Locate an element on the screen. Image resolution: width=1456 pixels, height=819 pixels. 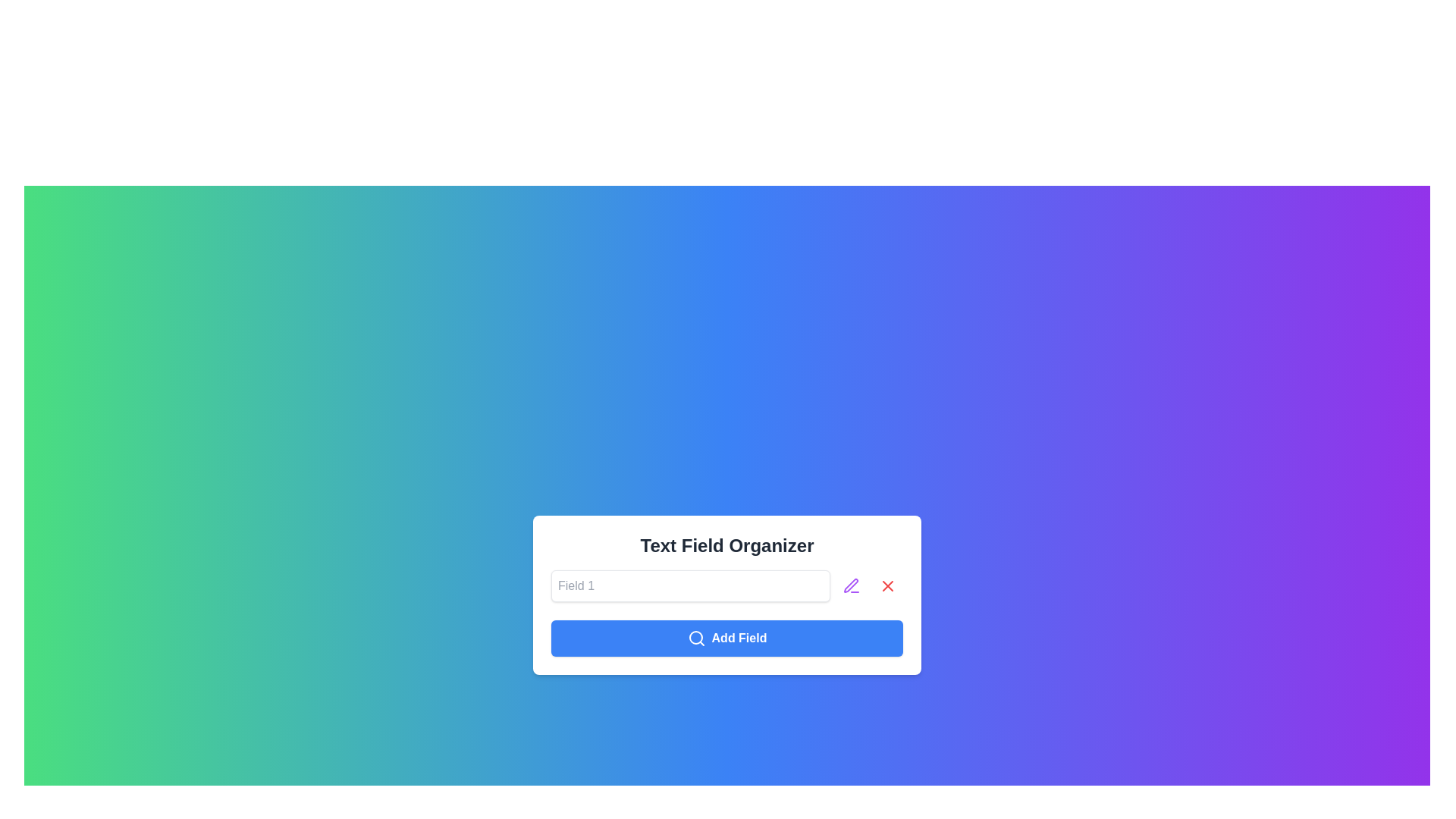
the small red cross icon button located near the top right of the text field labeled 'Field 1' in the modal interface is located at coordinates (888, 585).